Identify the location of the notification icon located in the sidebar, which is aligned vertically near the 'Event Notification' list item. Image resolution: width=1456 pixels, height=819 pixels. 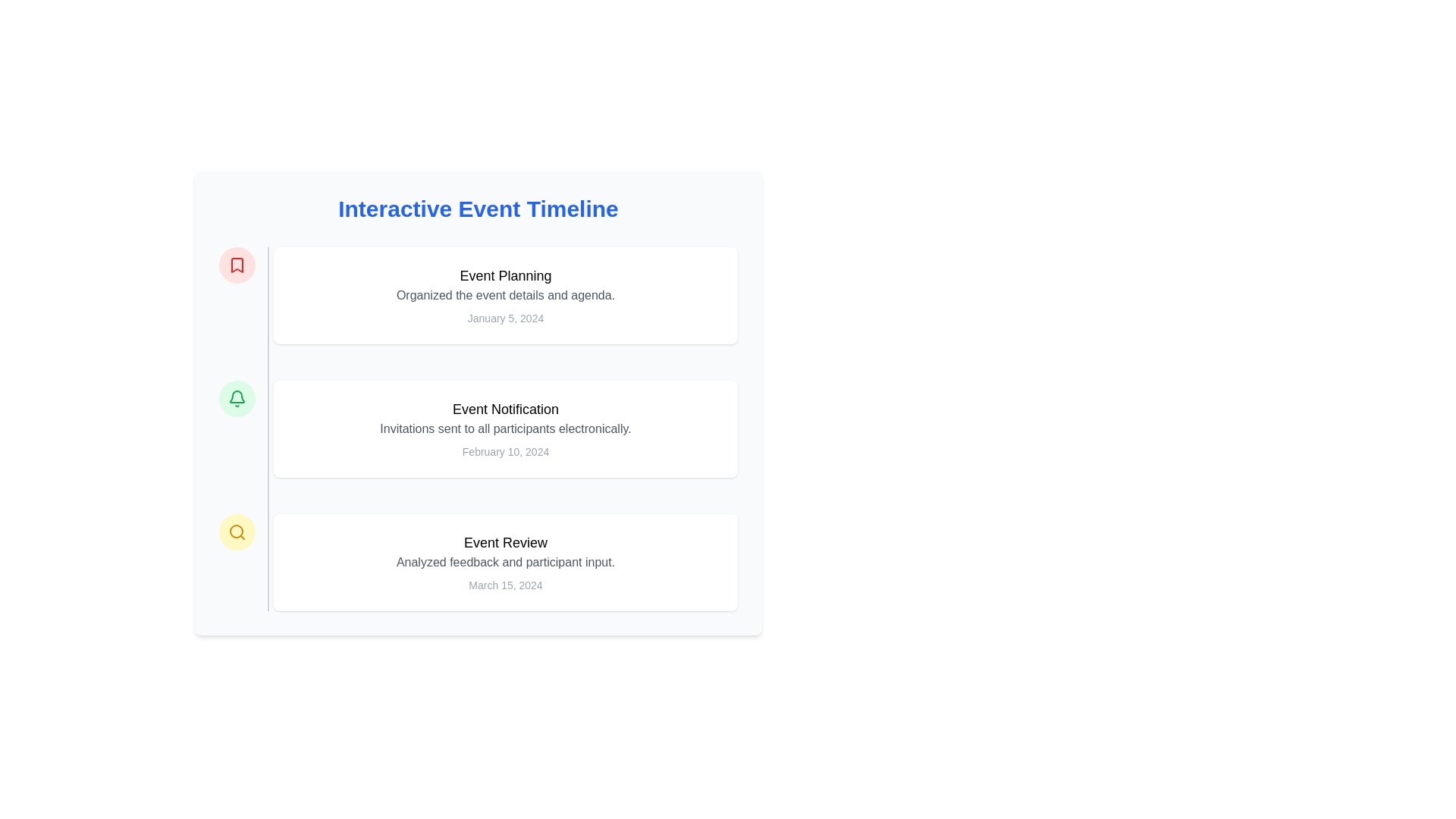
(236, 396).